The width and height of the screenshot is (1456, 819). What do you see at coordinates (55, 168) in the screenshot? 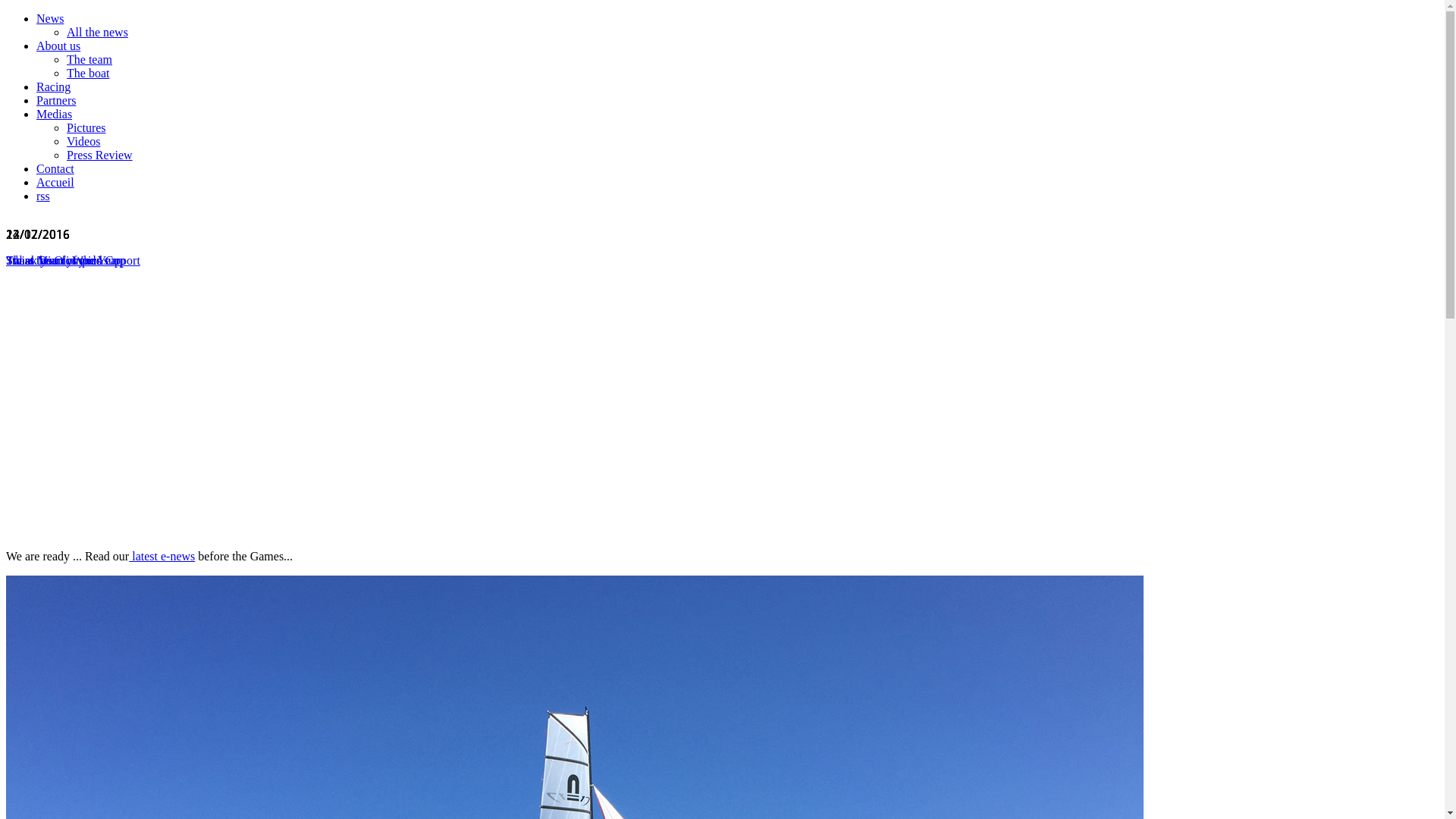
I see `'Contact'` at bounding box center [55, 168].